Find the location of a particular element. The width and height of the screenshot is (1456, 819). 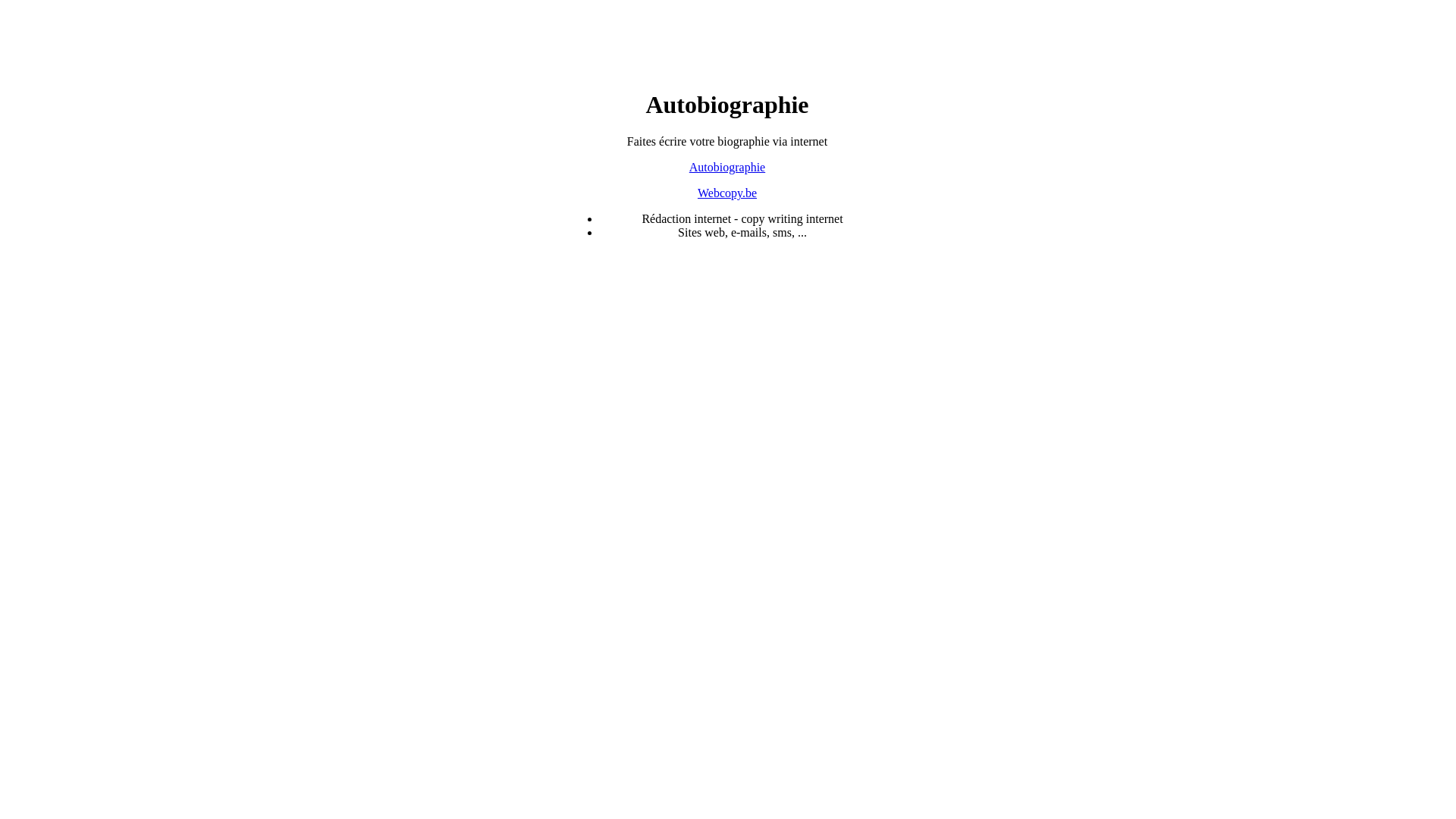

'Autobiographie' is located at coordinates (726, 167).